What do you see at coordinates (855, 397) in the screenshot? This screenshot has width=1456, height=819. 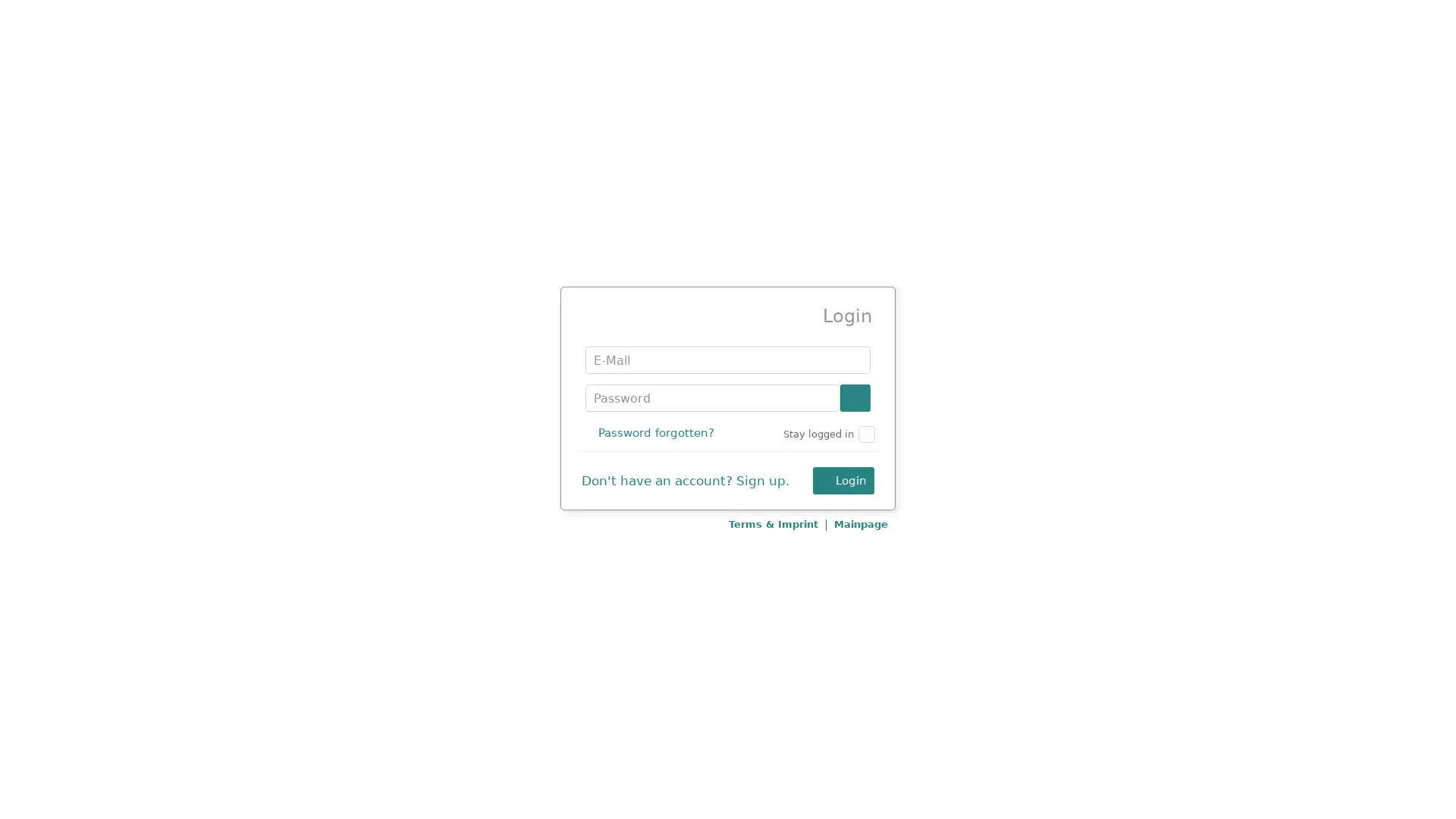 I see `Show Password` at bounding box center [855, 397].